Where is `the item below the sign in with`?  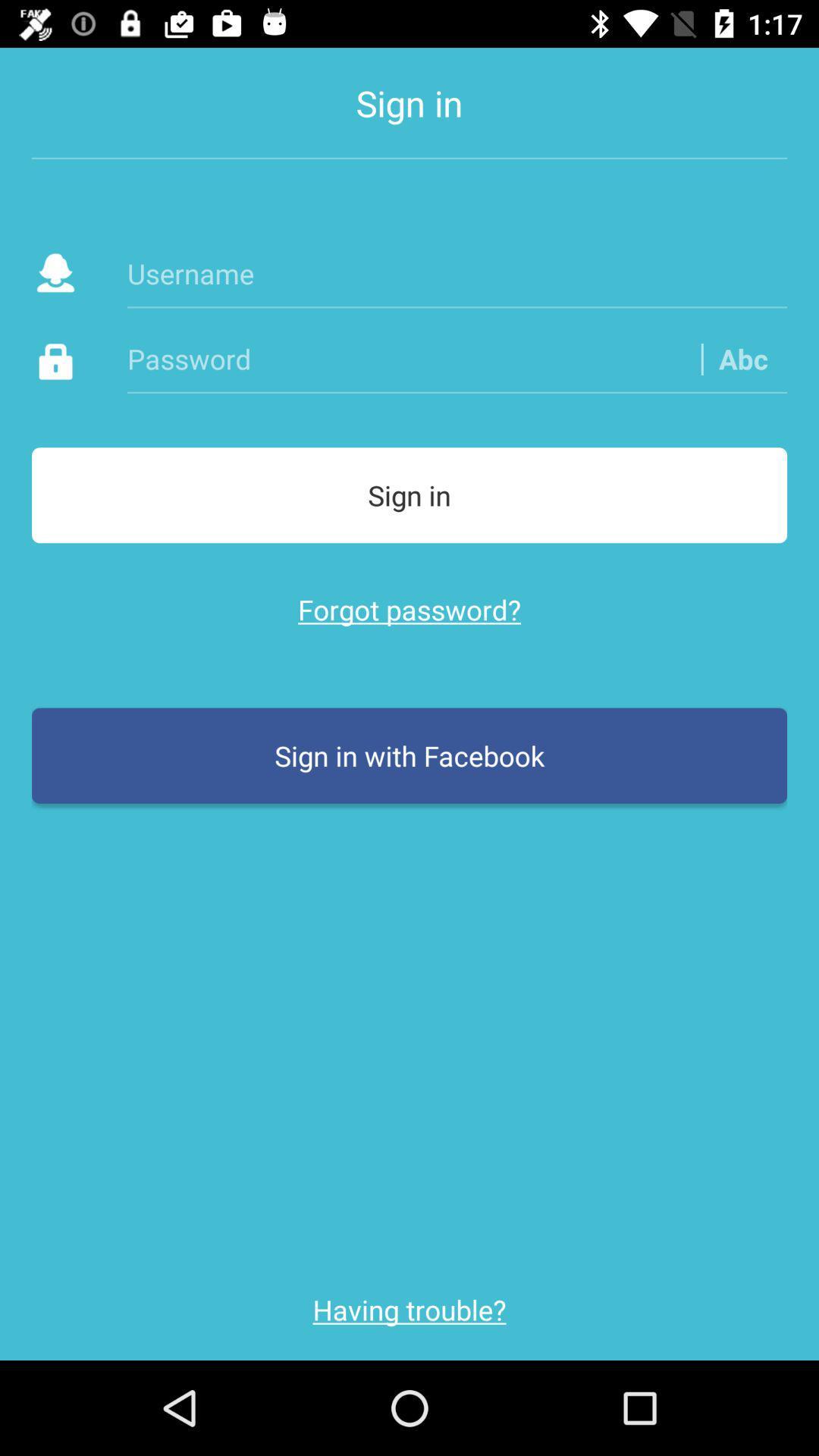
the item below the sign in with is located at coordinates (409, 1309).